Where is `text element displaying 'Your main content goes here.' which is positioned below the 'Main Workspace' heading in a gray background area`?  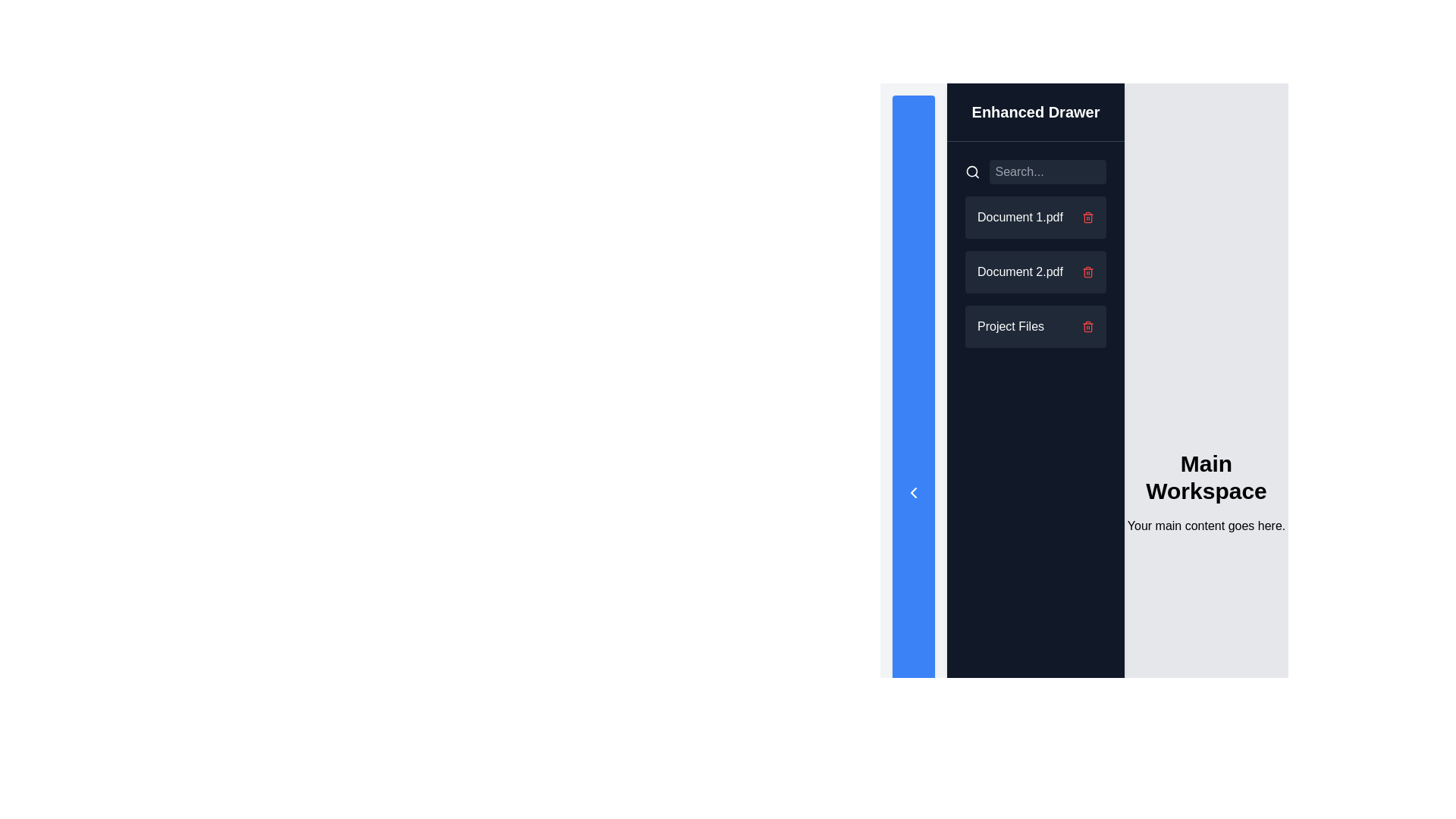
text element displaying 'Your main content goes here.' which is positioned below the 'Main Workspace' heading in a gray background area is located at coordinates (1206, 526).